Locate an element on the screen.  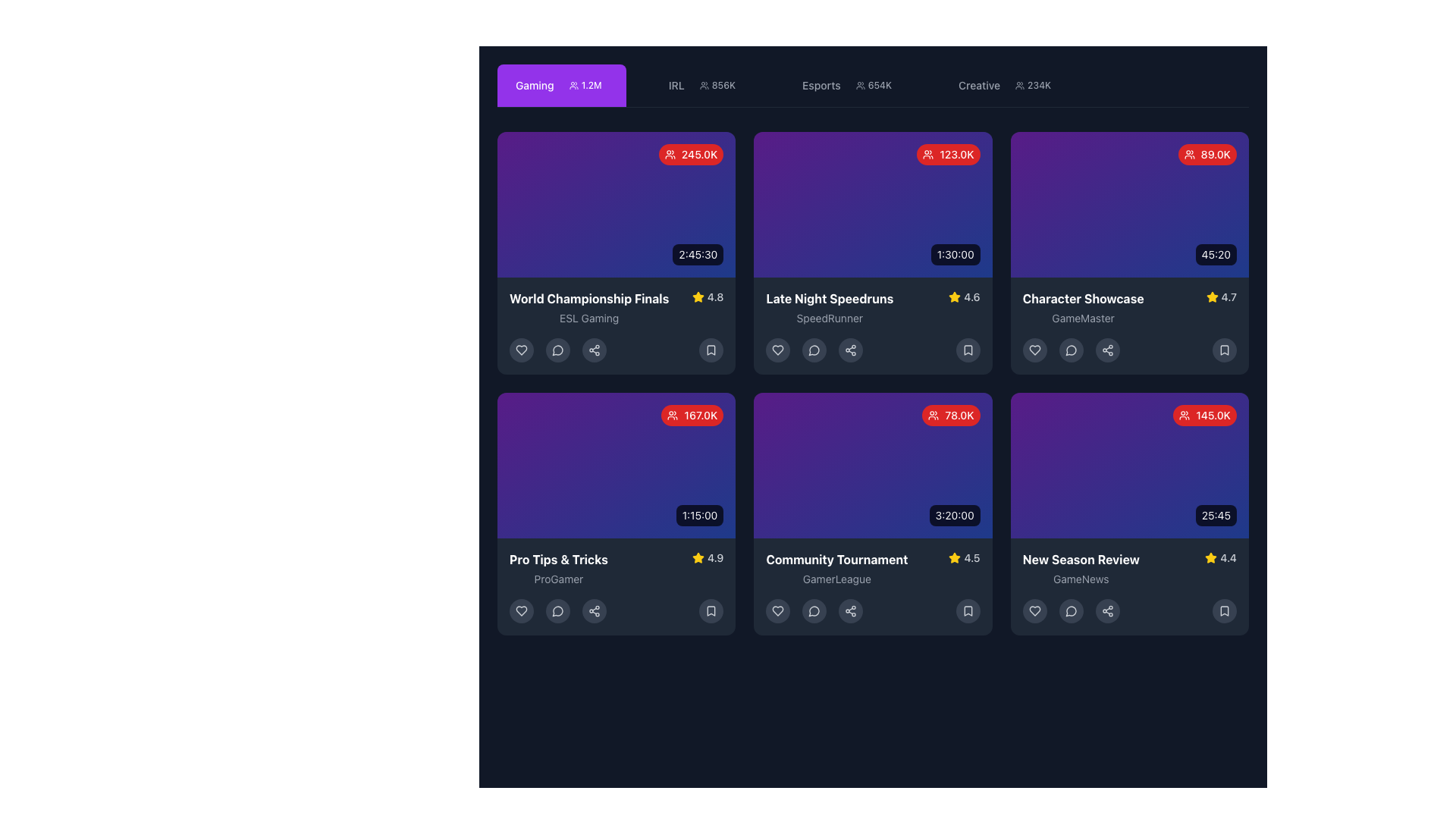
text content of the Text Label displaying 'ESL Gaming', located beneath the bold white text 'World Championship Finals' is located at coordinates (588, 318).